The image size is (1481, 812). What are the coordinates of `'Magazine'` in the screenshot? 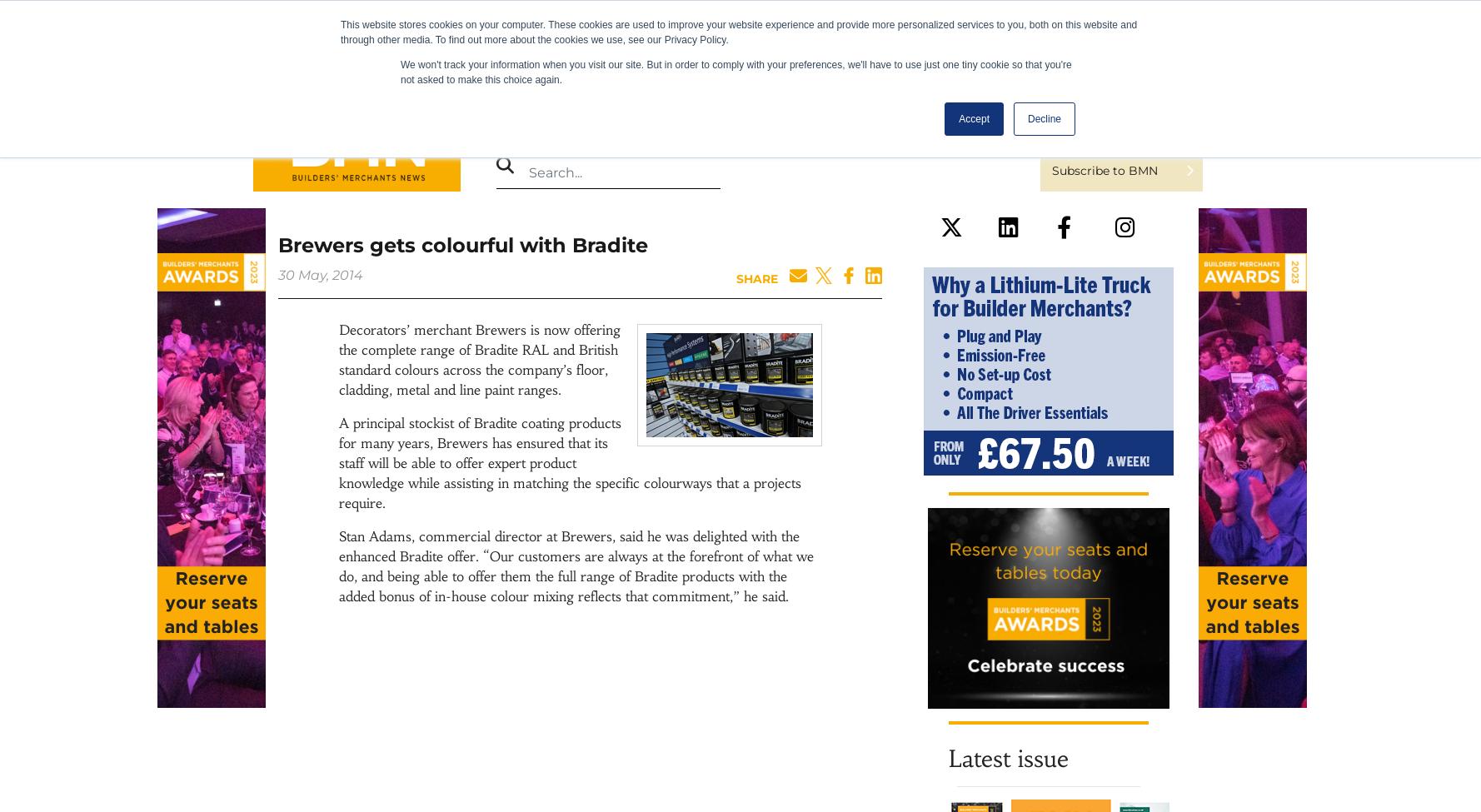 It's located at (590, 123).